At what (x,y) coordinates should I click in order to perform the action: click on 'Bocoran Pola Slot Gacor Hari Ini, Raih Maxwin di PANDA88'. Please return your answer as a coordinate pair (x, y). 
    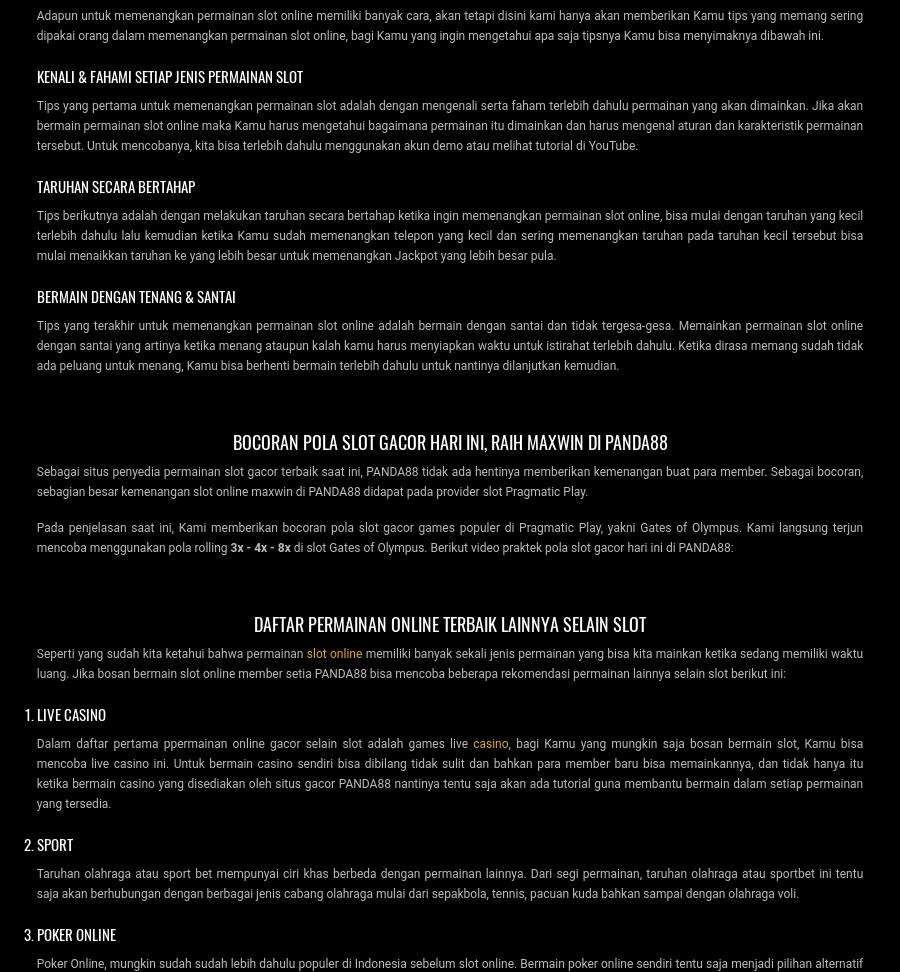
    Looking at the image, I should click on (231, 439).